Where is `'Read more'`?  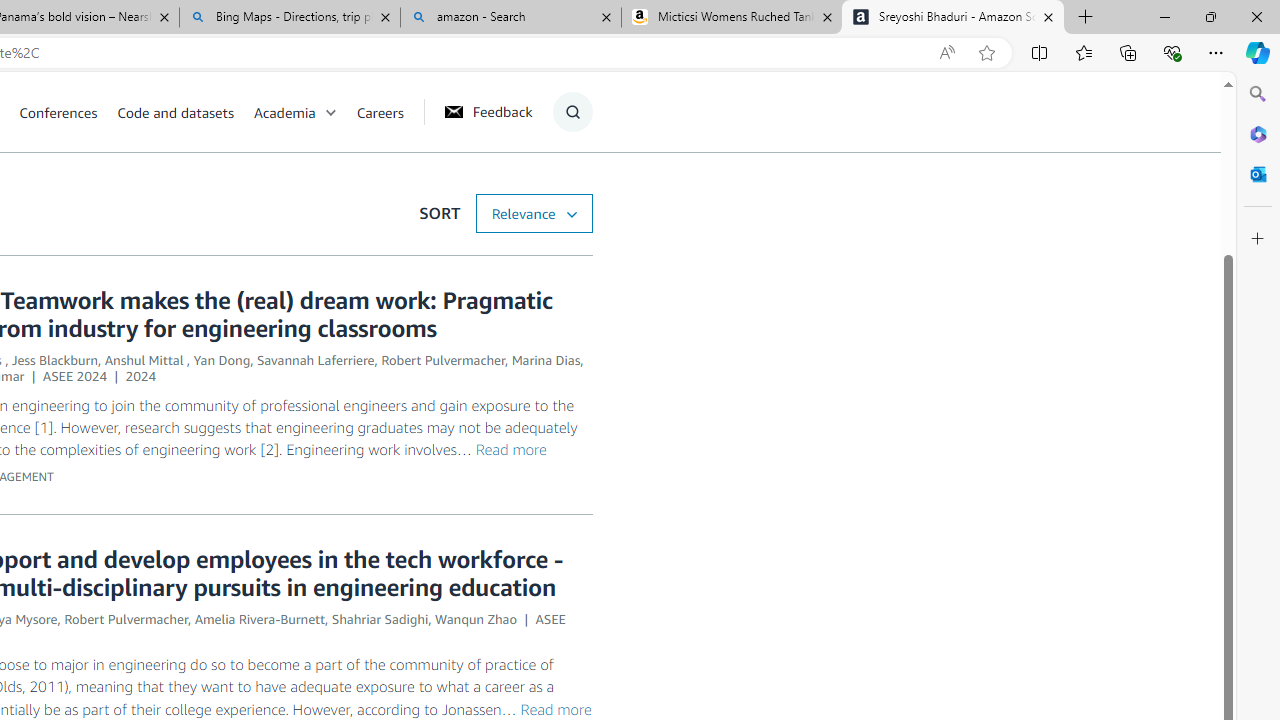 'Read more' is located at coordinates (555, 707).